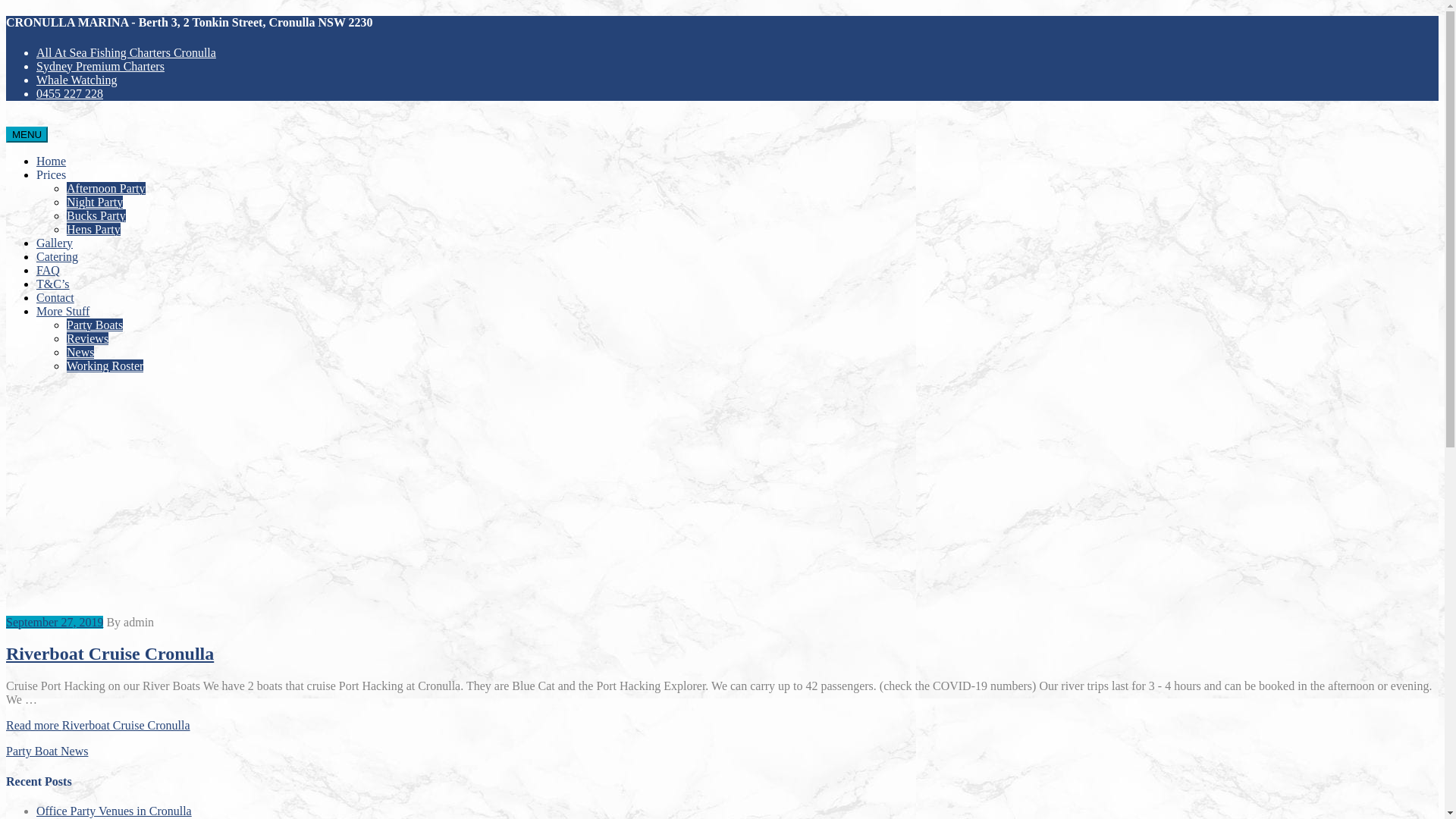  What do you see at coordinates (113, 810) in the screenshot?
I see `'Office Party Venues in Cronulla'` at bounding box center [113, 810].